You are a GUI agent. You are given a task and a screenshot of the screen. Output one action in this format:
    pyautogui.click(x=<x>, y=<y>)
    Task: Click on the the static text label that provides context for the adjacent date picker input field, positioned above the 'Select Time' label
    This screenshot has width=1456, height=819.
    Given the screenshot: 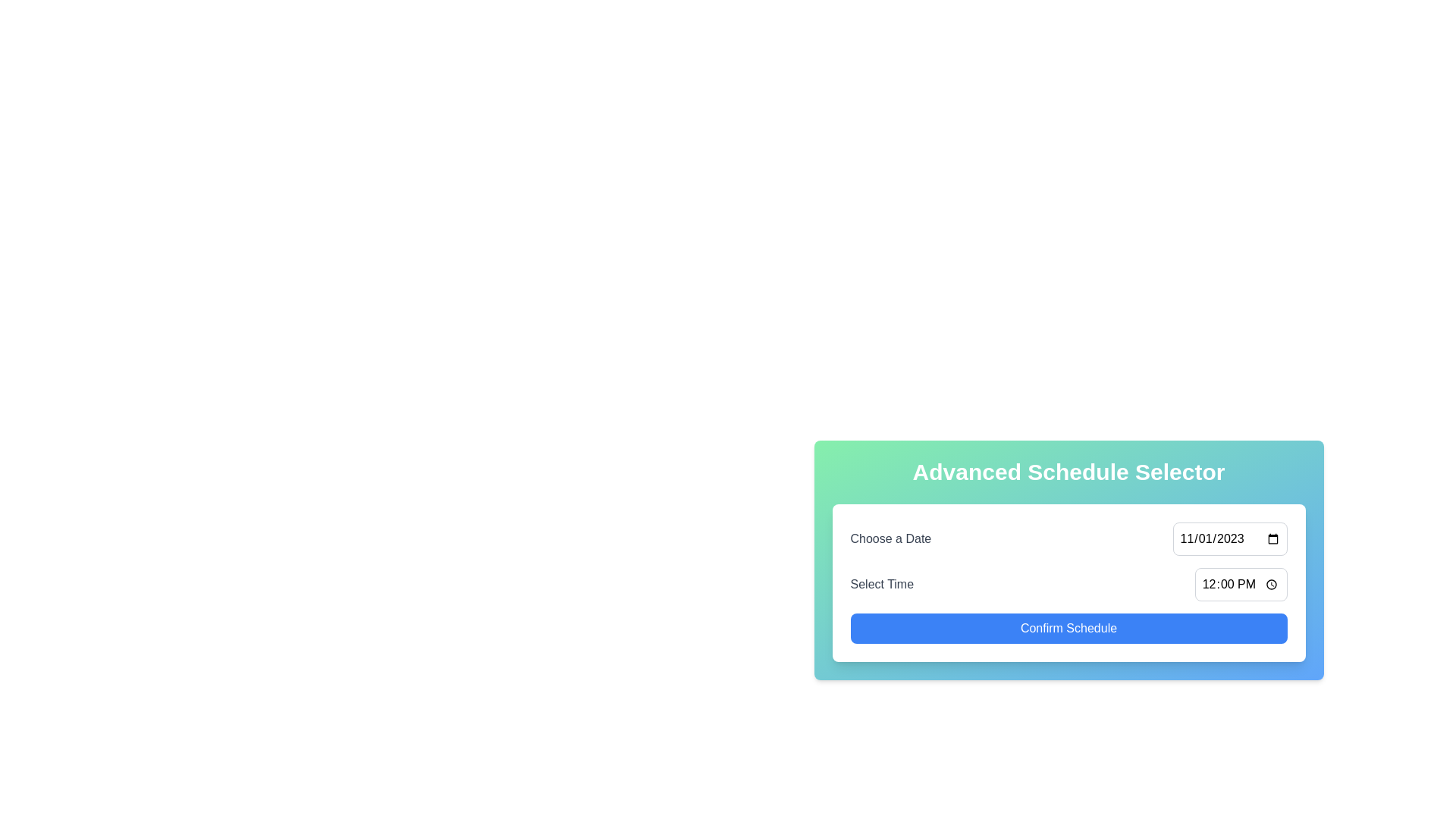 What is the action you would take?
    pyautogui.click(x=890, y=538)
    